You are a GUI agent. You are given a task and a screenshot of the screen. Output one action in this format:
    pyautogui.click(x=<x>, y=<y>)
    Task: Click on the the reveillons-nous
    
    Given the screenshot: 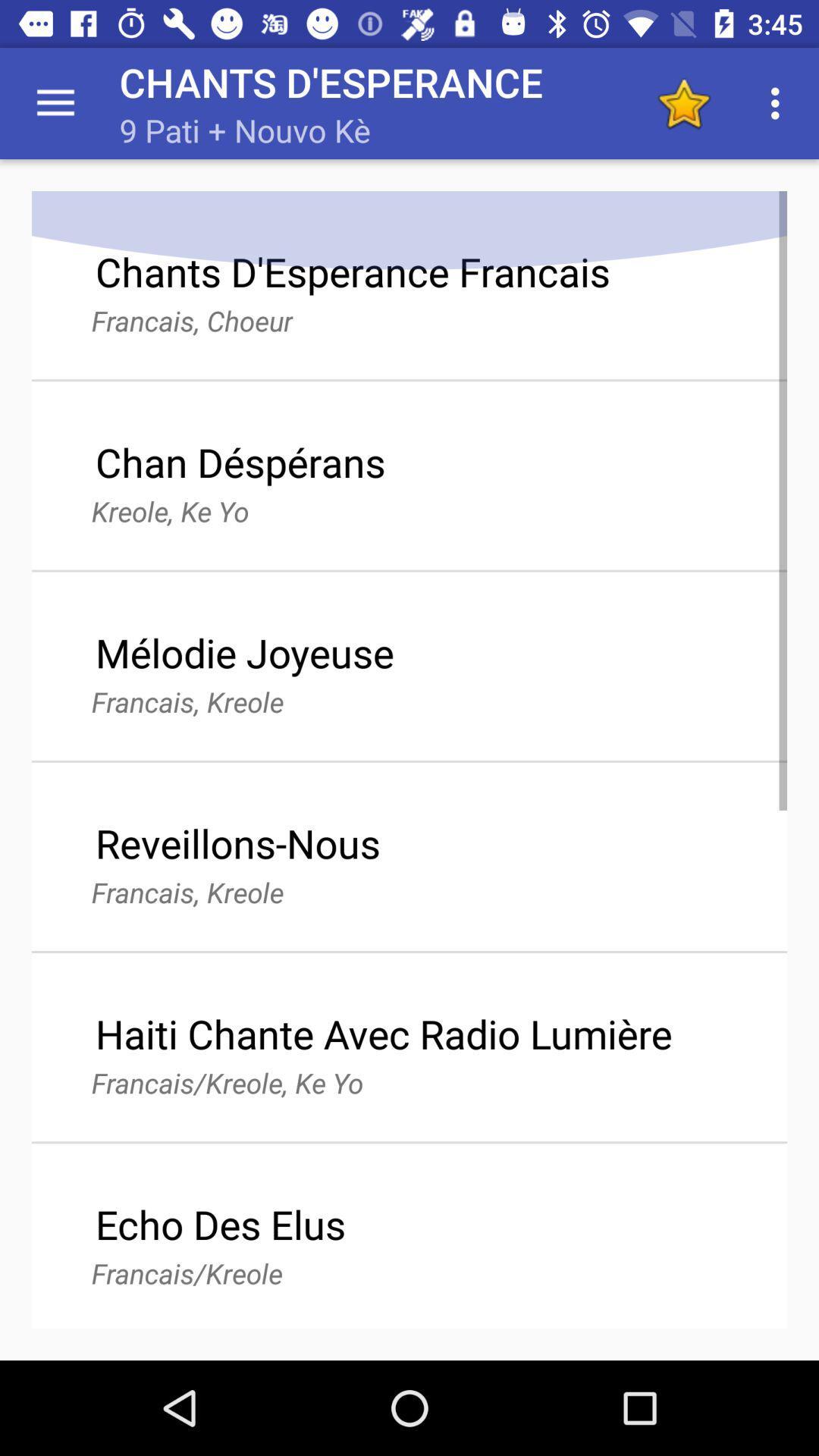 What is the action you would take?
    pyautogui.click(x=237, y=842)
    